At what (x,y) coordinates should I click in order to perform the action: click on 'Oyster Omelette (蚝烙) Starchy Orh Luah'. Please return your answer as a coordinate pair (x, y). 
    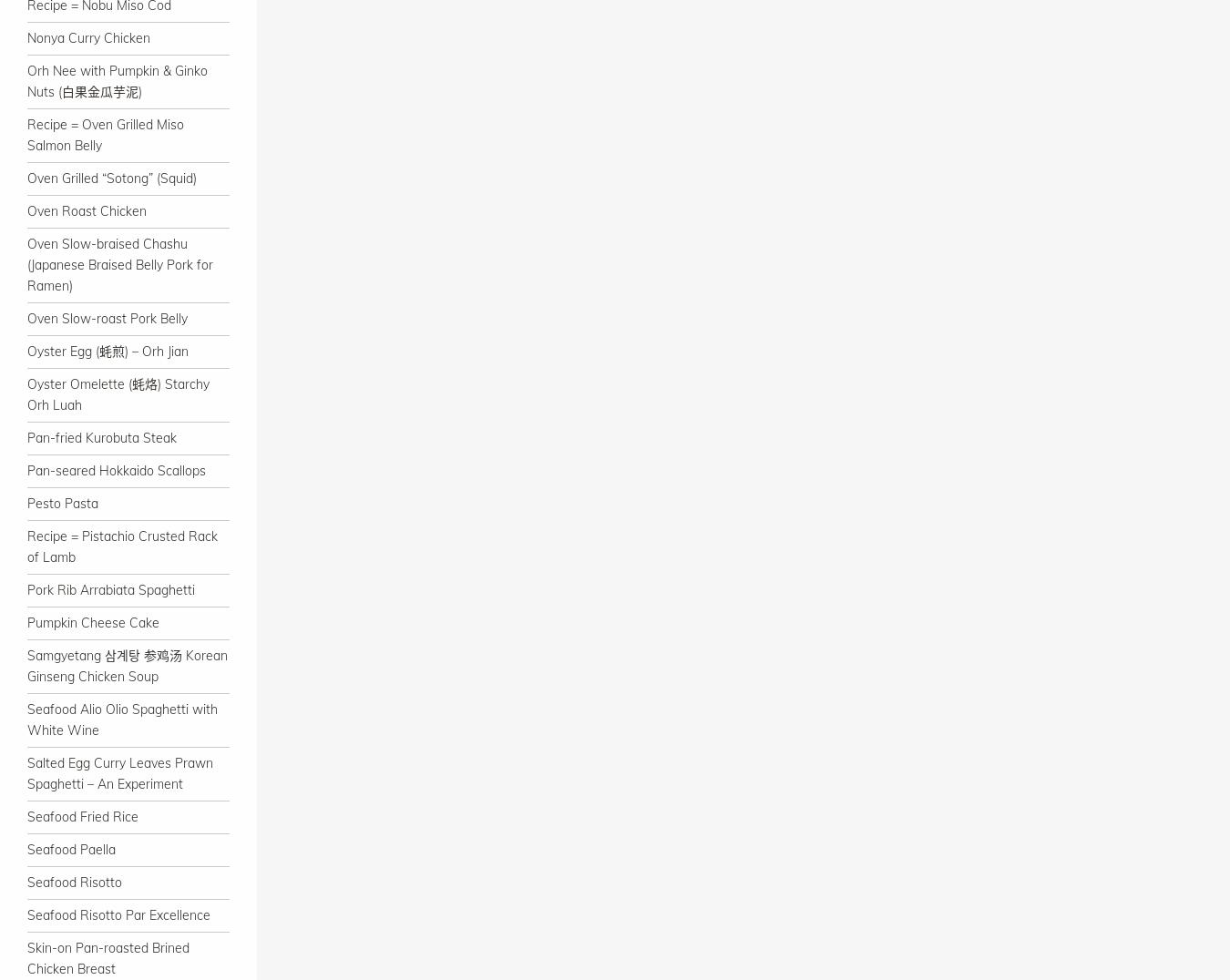
    Looking at the image, I should click on (118, 394).